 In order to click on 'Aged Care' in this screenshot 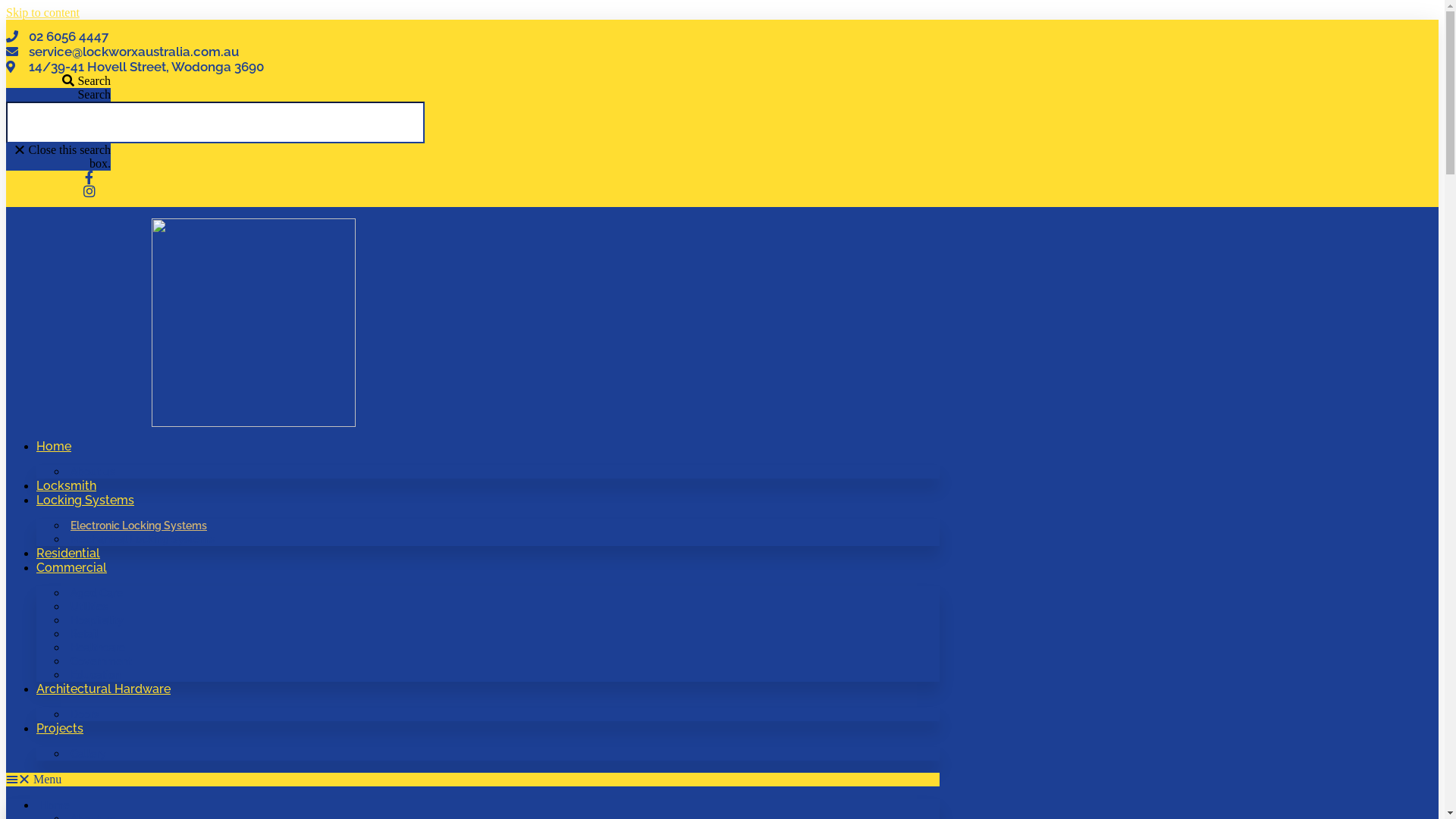, I will do `click(65, 592)`.